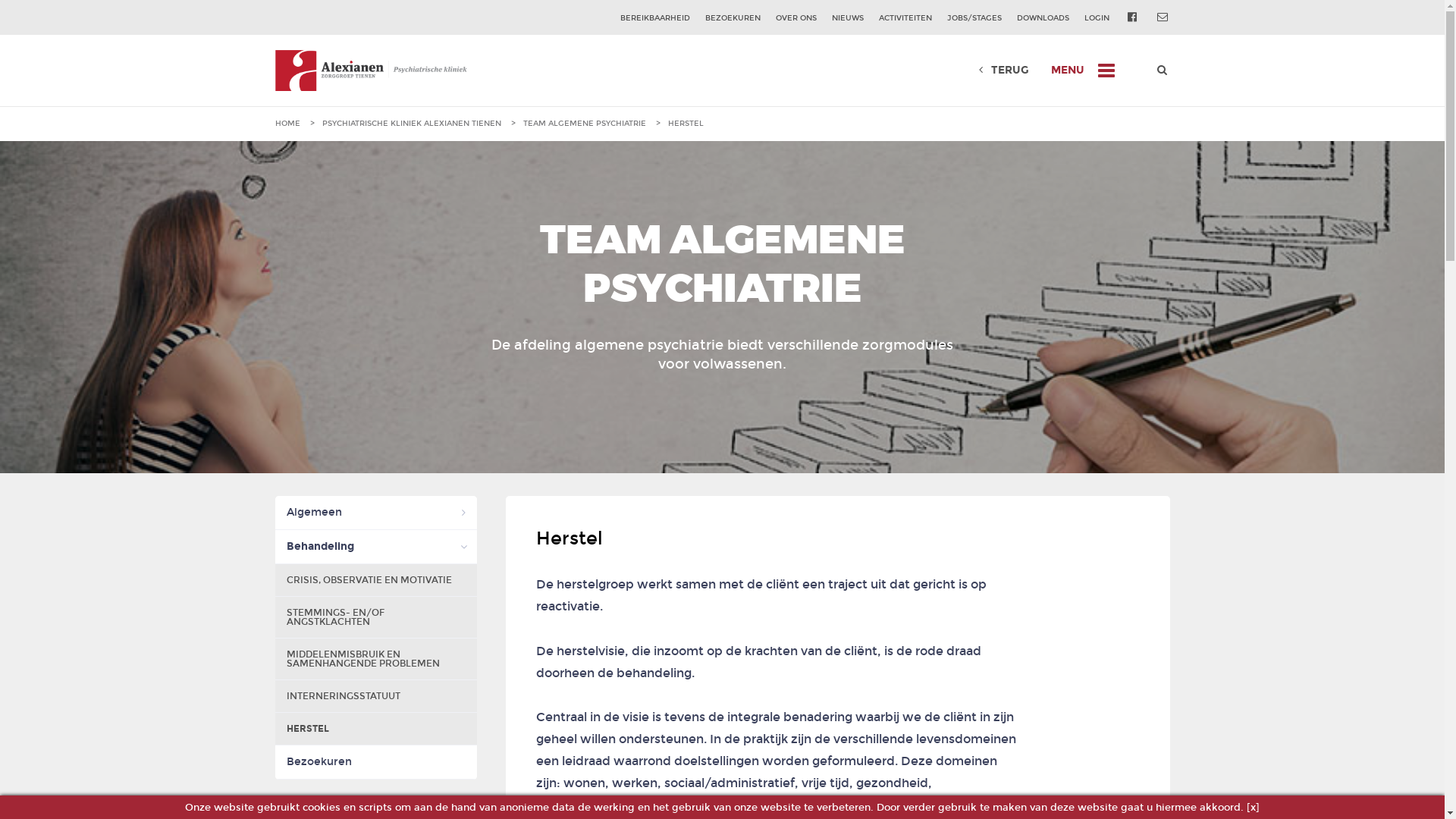 Image resolution: width=1456 pixels, height=819 pixels. Describe the element at coordinates (287, 122) in the screenshot. I see `'HOME'` at that location.